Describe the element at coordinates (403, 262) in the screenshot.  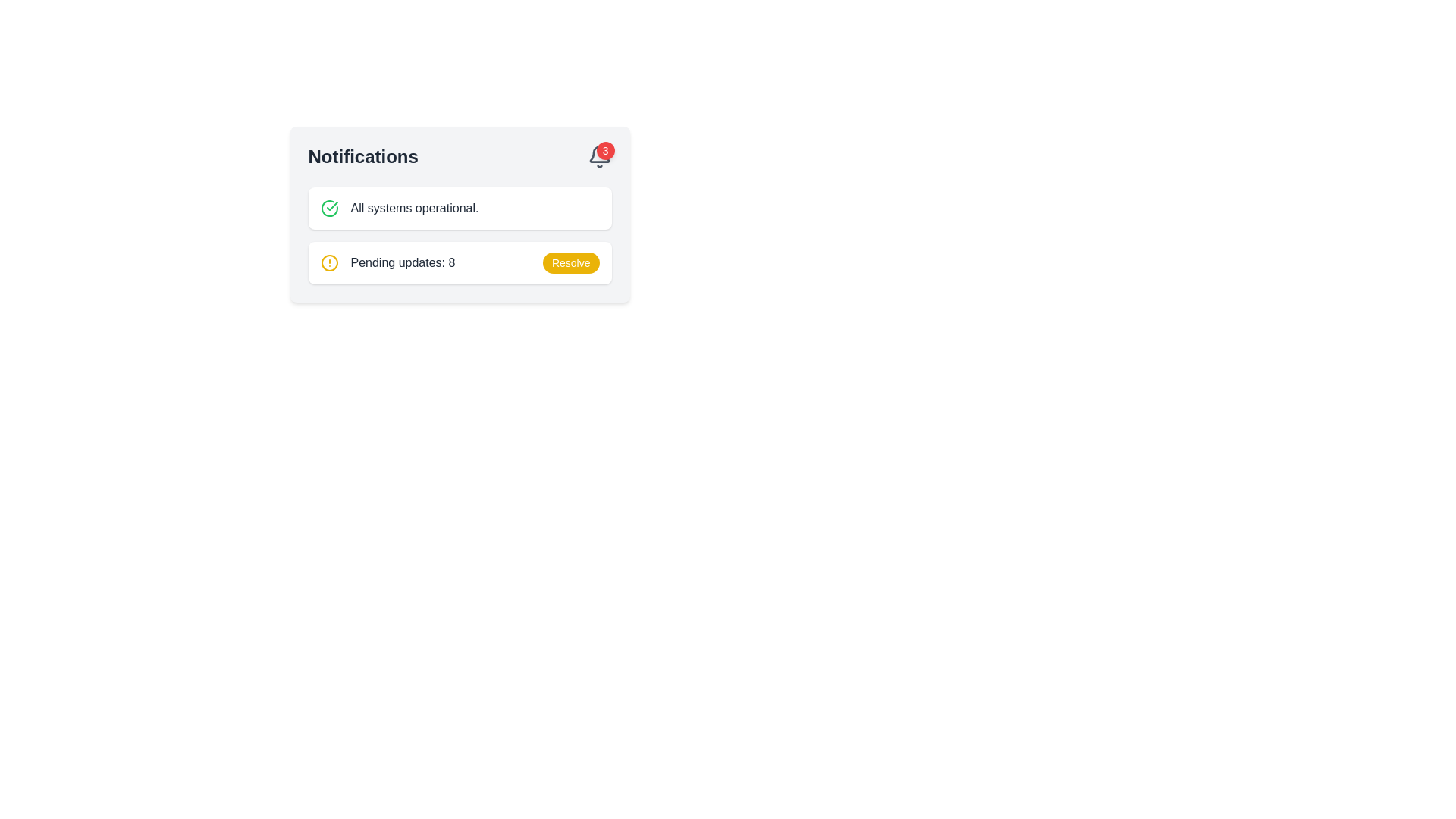
I see `the text display element that shows 'Pending updates: 8' in dark gray, located centrally in the second notification bar below 'Notifications'. It is situated to the right of a yellow warning icon and to the left of a button labeled 'Resolve'` at that location.